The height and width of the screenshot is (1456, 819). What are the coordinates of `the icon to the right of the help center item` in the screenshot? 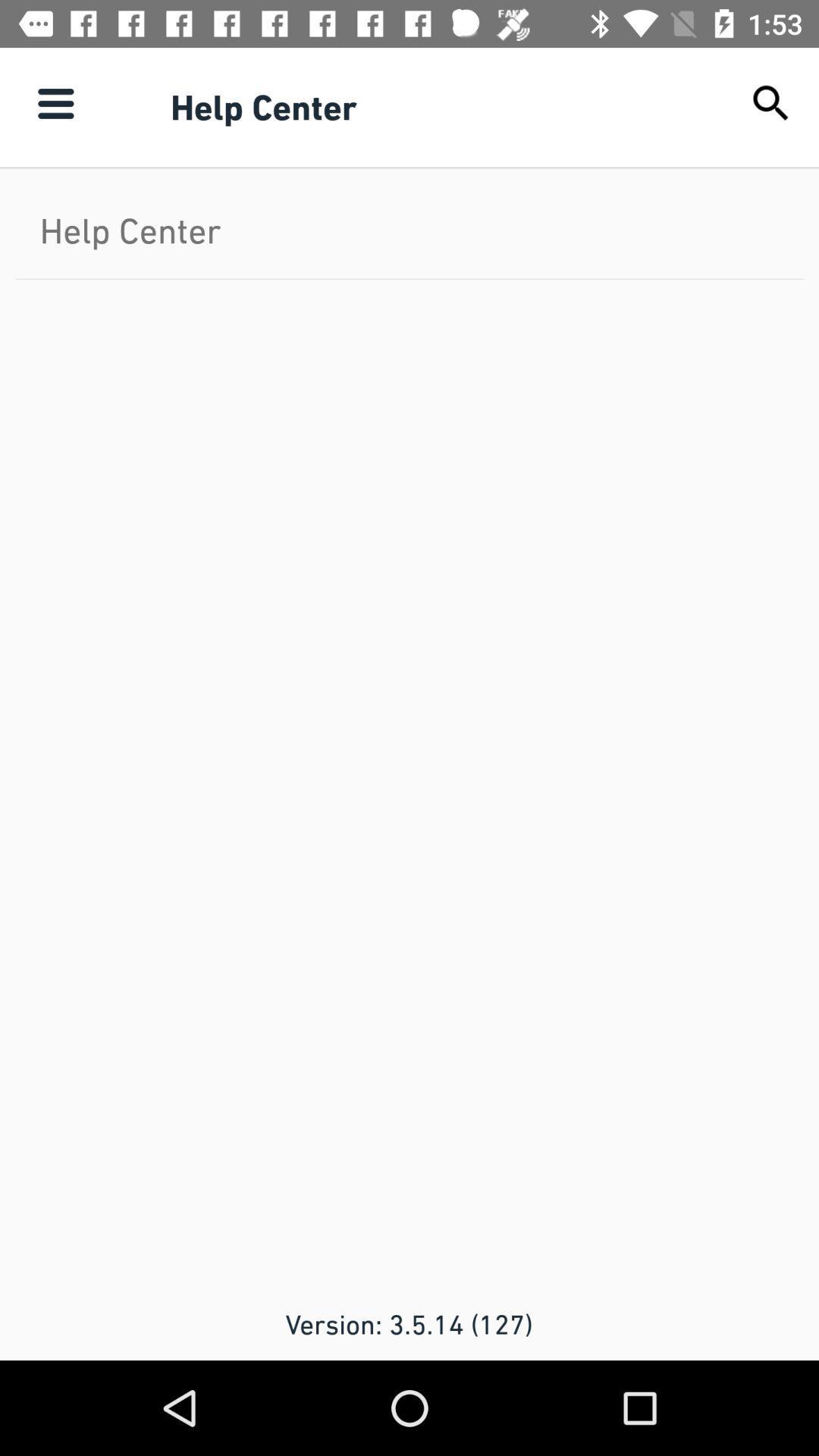 It's located at (771, 102).